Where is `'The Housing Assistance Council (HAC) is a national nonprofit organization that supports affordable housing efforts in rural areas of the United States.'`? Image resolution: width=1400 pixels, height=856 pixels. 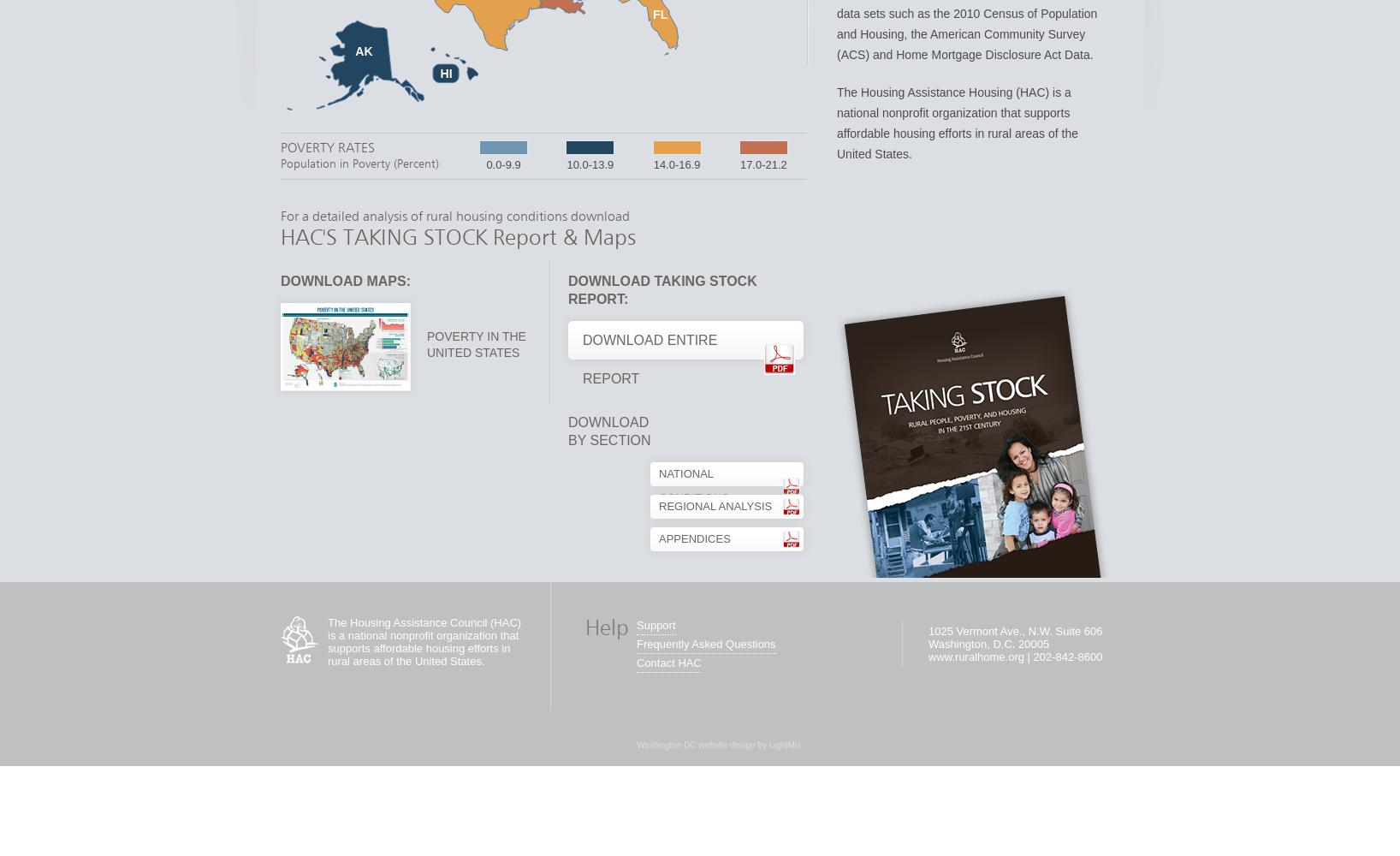
'The Housing Assistance Council (HAC) is a national nonprofit organization that supports affordable housing efforts in rural areas of the United States.' is located at coordinates (424, 642).